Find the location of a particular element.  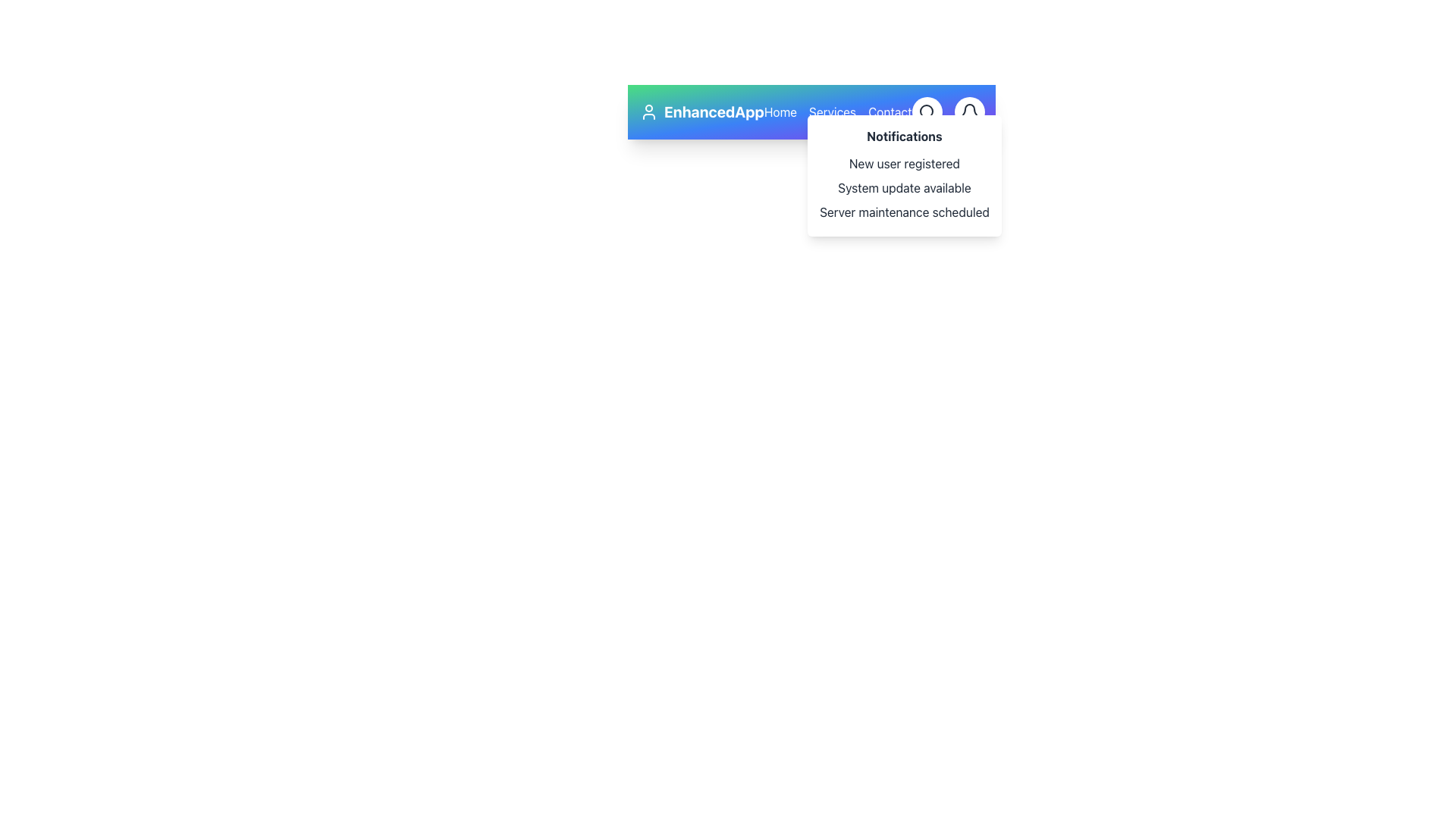

the circular notification button with a bell icon located at the top-right corner of the blue navigation bar is located at coordinates (968, 111).